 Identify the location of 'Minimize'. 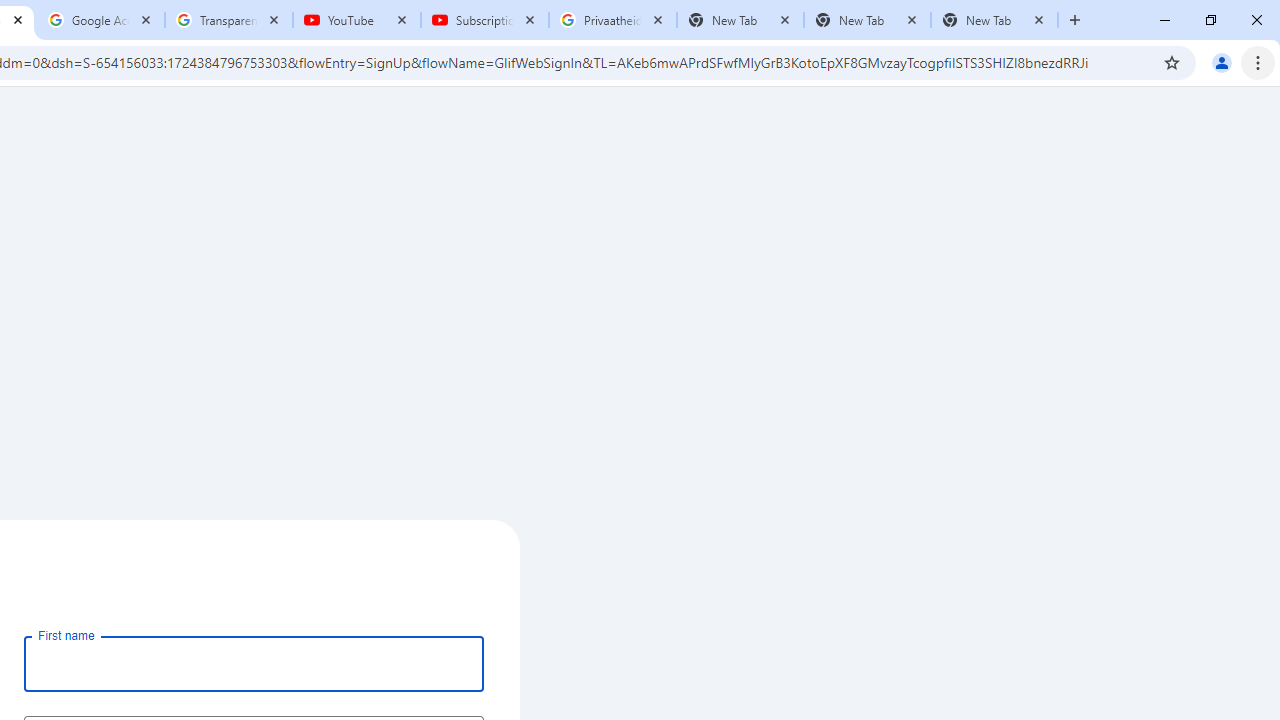
(1165, 20).